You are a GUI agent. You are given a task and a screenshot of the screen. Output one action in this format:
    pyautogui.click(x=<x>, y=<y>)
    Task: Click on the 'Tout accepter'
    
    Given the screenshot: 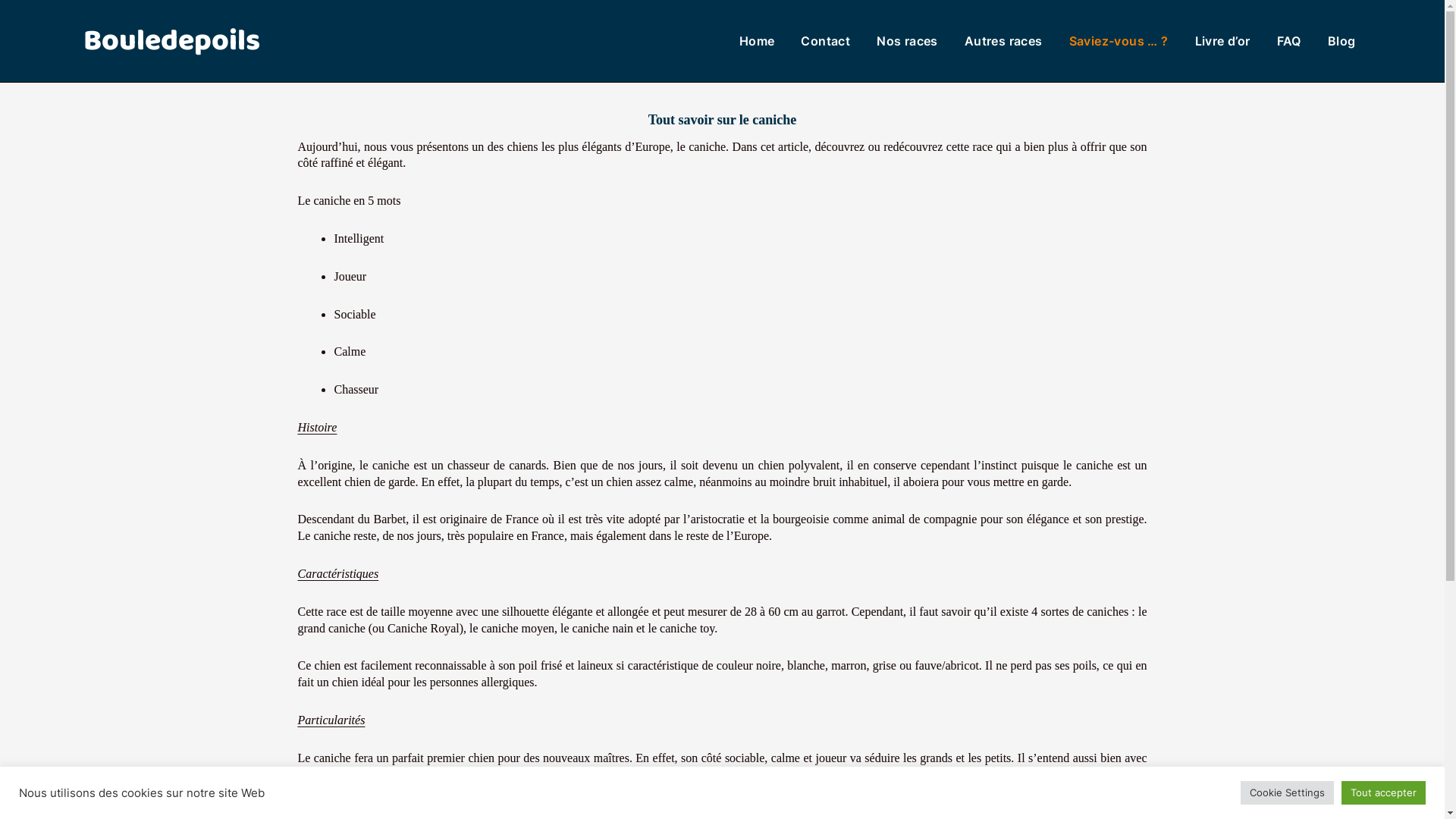 What is the action you would take?
    pyautogui.click(x=1383, y=792)
    